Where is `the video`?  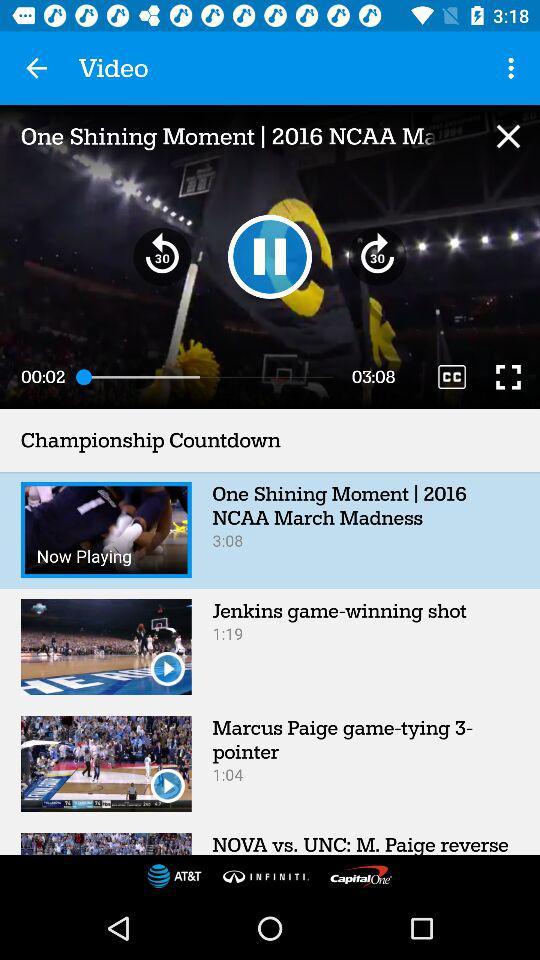 the video is located at coordinates (508, 135).